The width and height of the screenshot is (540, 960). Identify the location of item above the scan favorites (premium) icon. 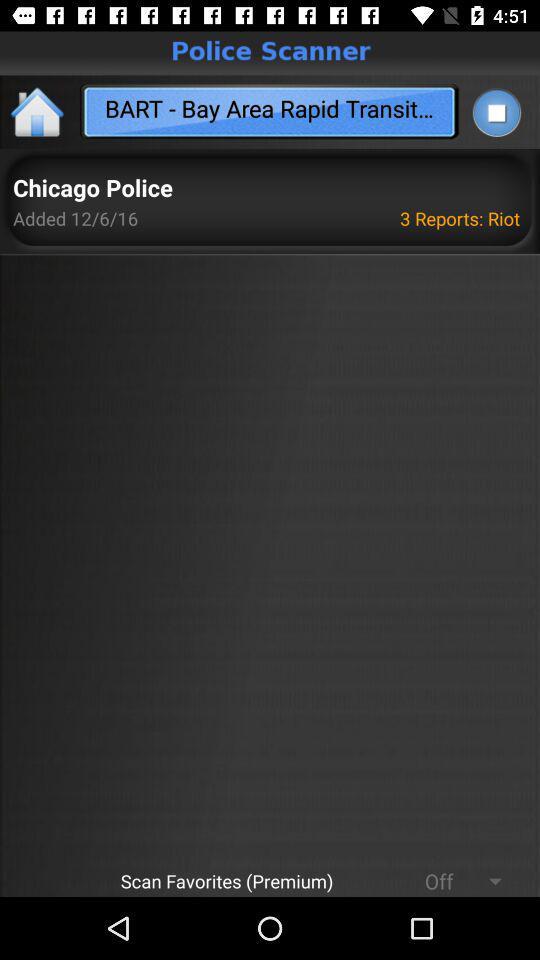
(74, 218).